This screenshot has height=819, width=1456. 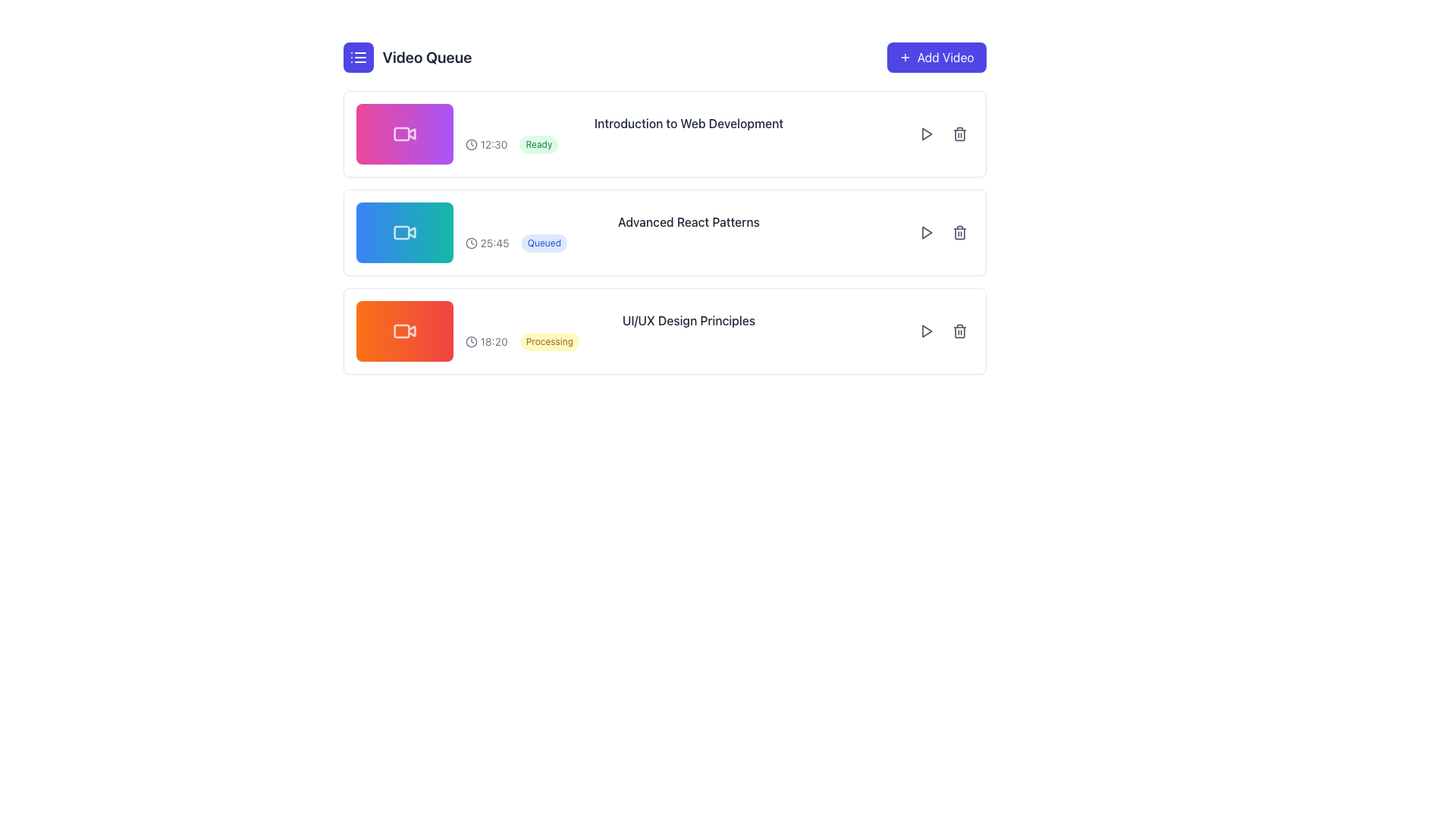 I want to click on the button labeled 'Add Video' in the upper-right corner of the interface, so click(x=945, y=57).